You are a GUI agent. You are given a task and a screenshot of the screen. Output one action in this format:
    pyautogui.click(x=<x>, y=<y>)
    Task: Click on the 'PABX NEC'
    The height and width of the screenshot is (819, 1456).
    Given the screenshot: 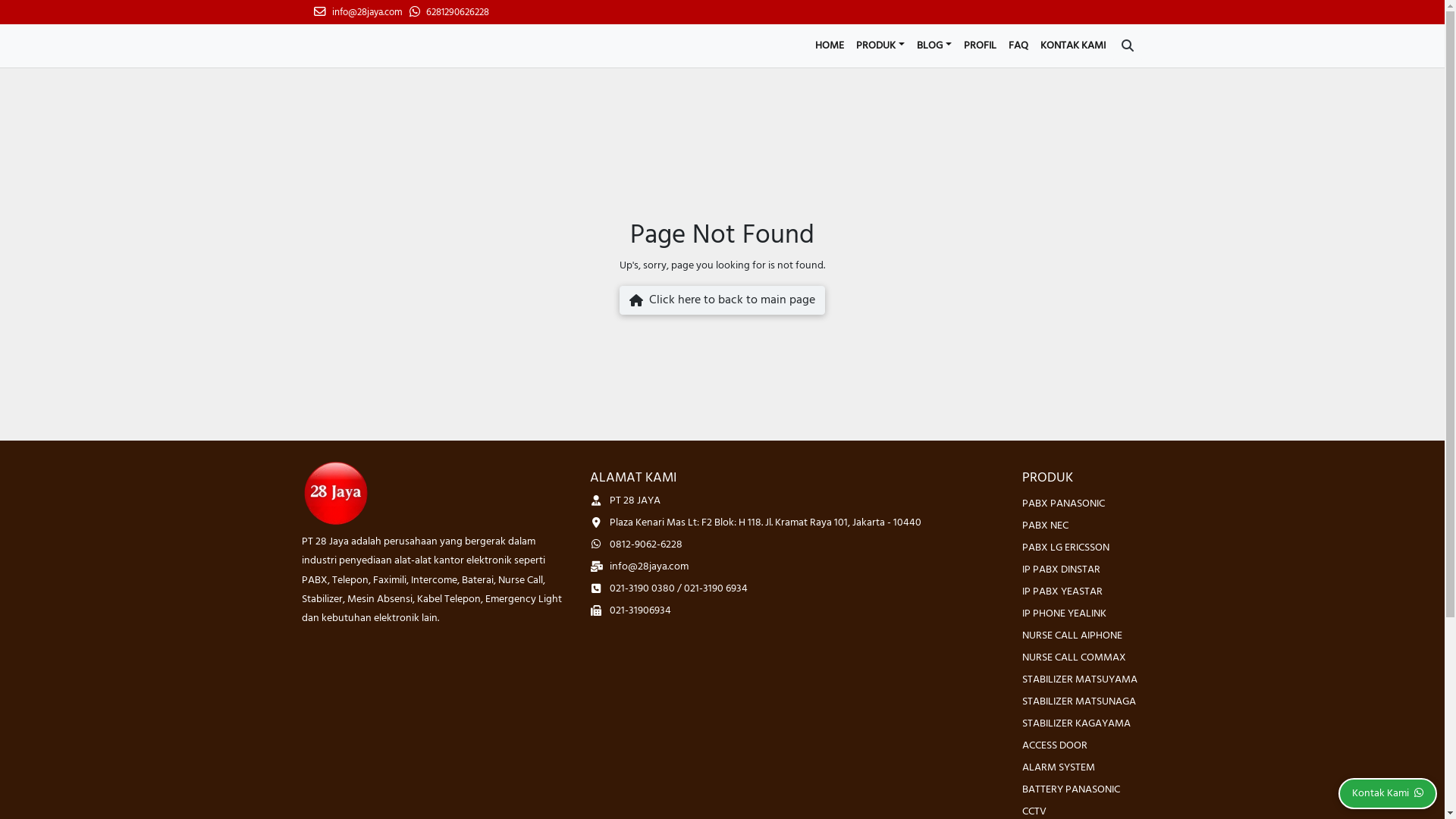 What is the action you would take?
    pyautogui.click(x=1044, y=525)
    